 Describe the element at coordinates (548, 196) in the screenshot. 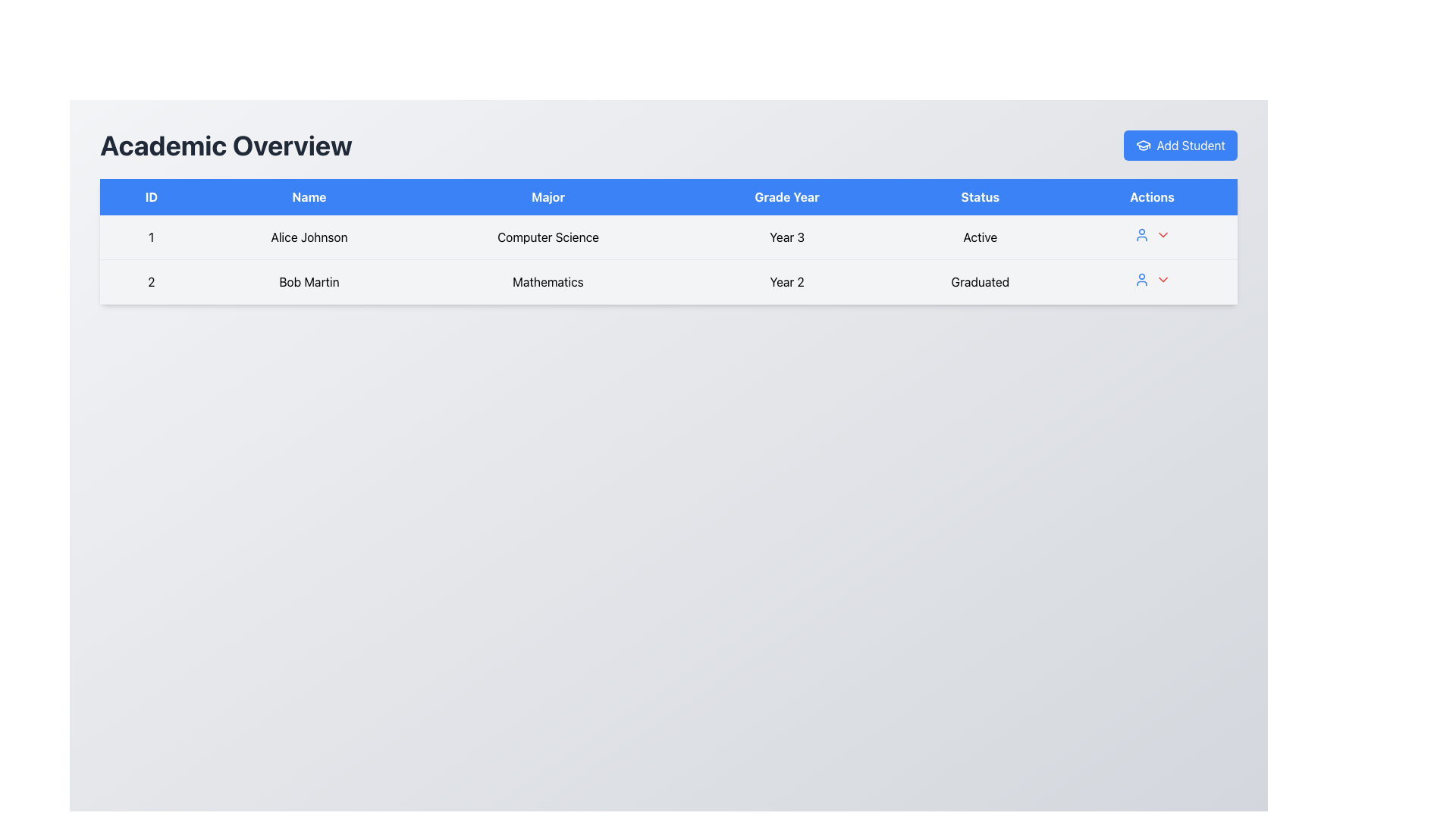

I see `the 'Major' column header in the table, which is located between the 'Name' and 'Grade Year' headers` at that location.